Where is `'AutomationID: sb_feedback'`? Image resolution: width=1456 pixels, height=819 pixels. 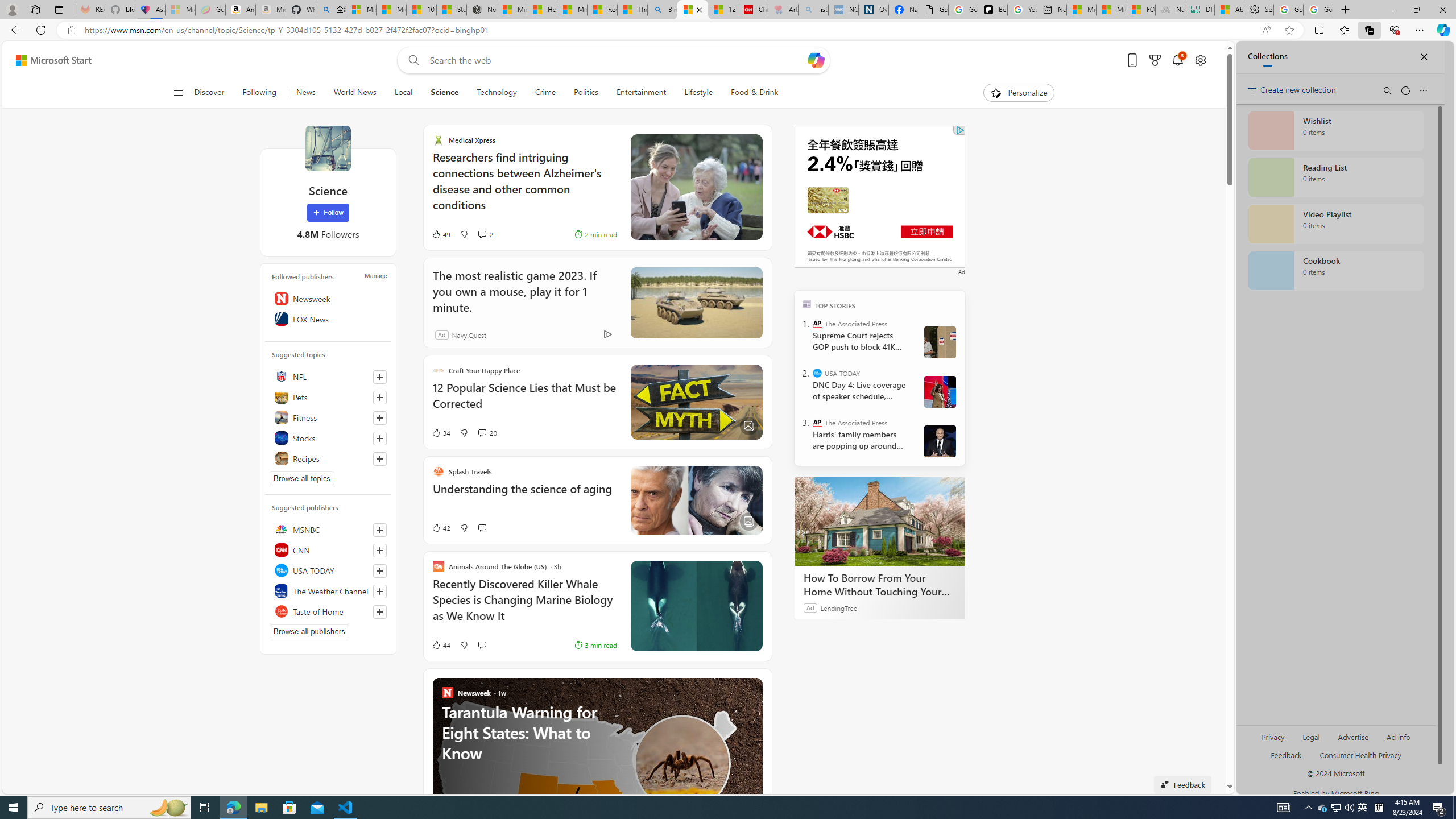 'AutomationID: sb_feedback' is located at coordinates (1286, 754).